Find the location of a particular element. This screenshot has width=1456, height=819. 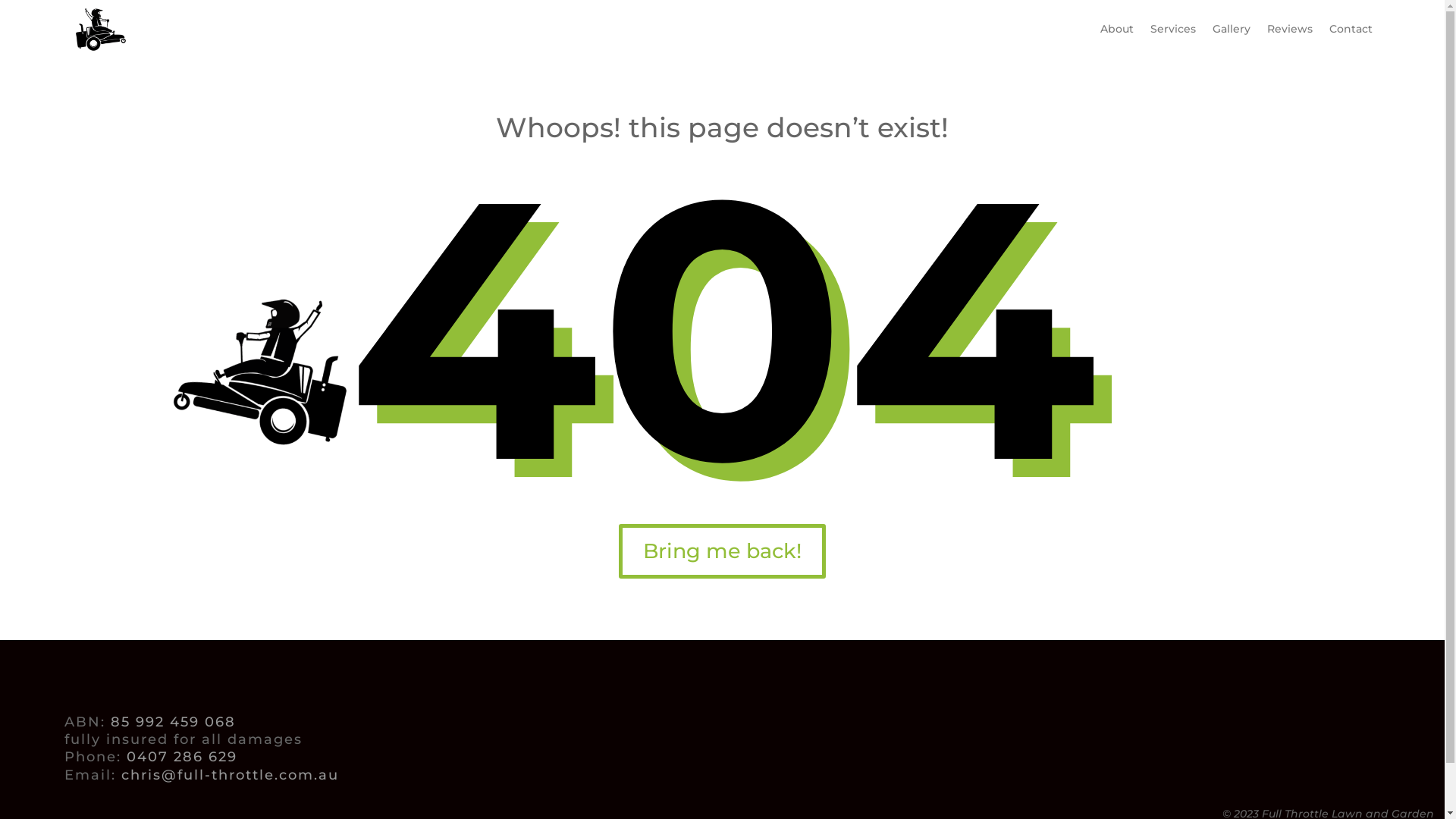

'Services' is located at coordinates (1172, 29).